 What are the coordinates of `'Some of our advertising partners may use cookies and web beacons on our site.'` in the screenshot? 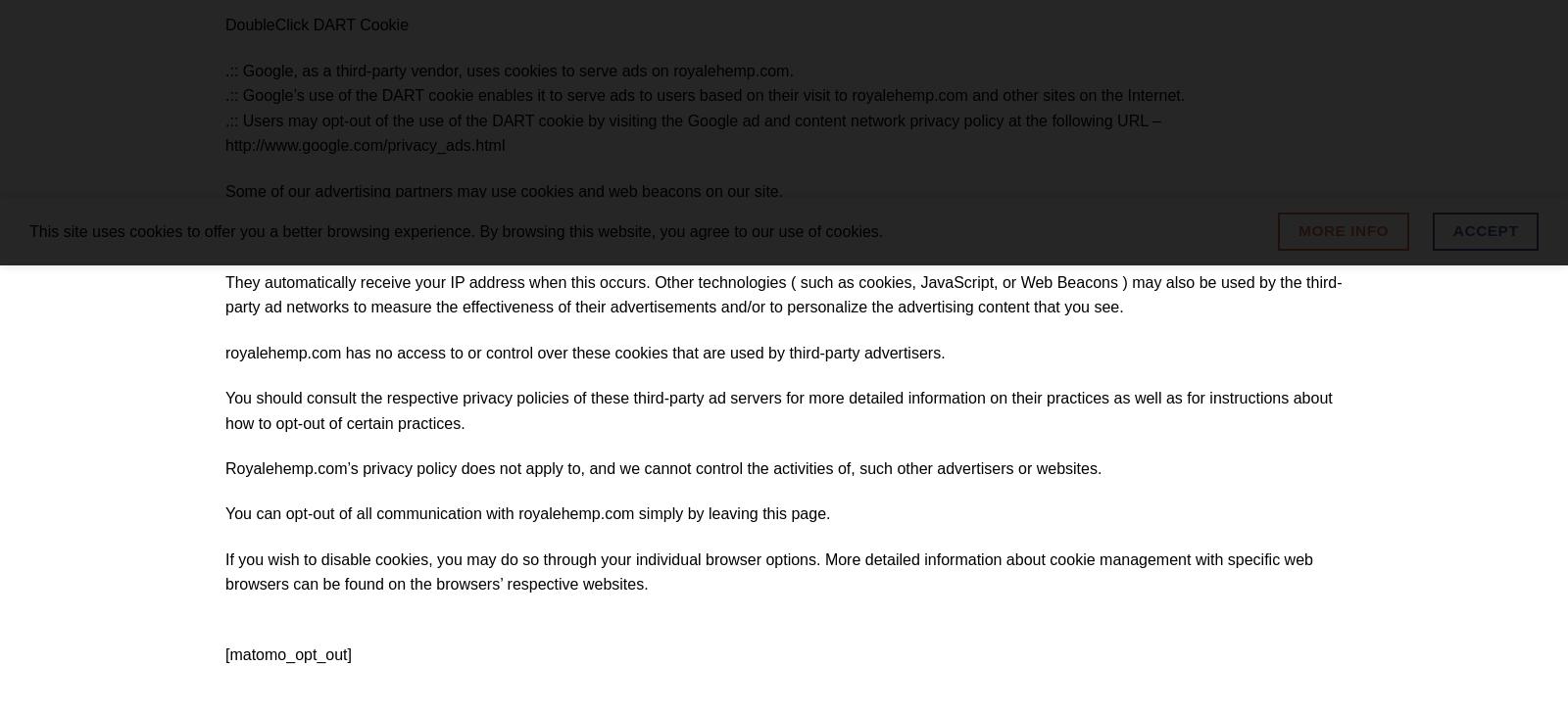 It's located at (224, 189).